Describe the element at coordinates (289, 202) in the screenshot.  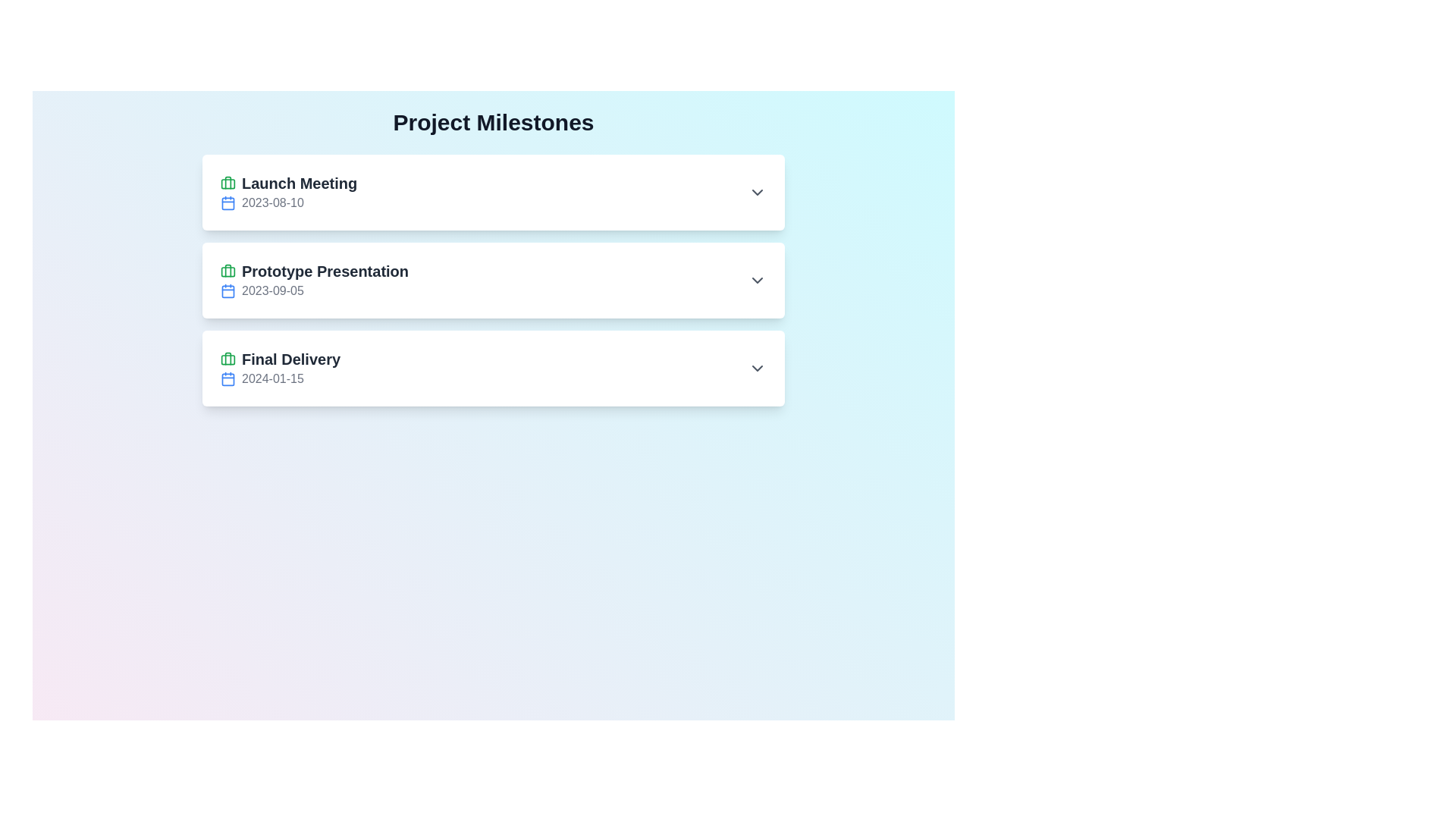
I see `the text label '2023-08-10' next to the calendar icon, which is located beneath the 'Launch Meeting' header in the first milestone entry under 'Project Milestones'` at that location.